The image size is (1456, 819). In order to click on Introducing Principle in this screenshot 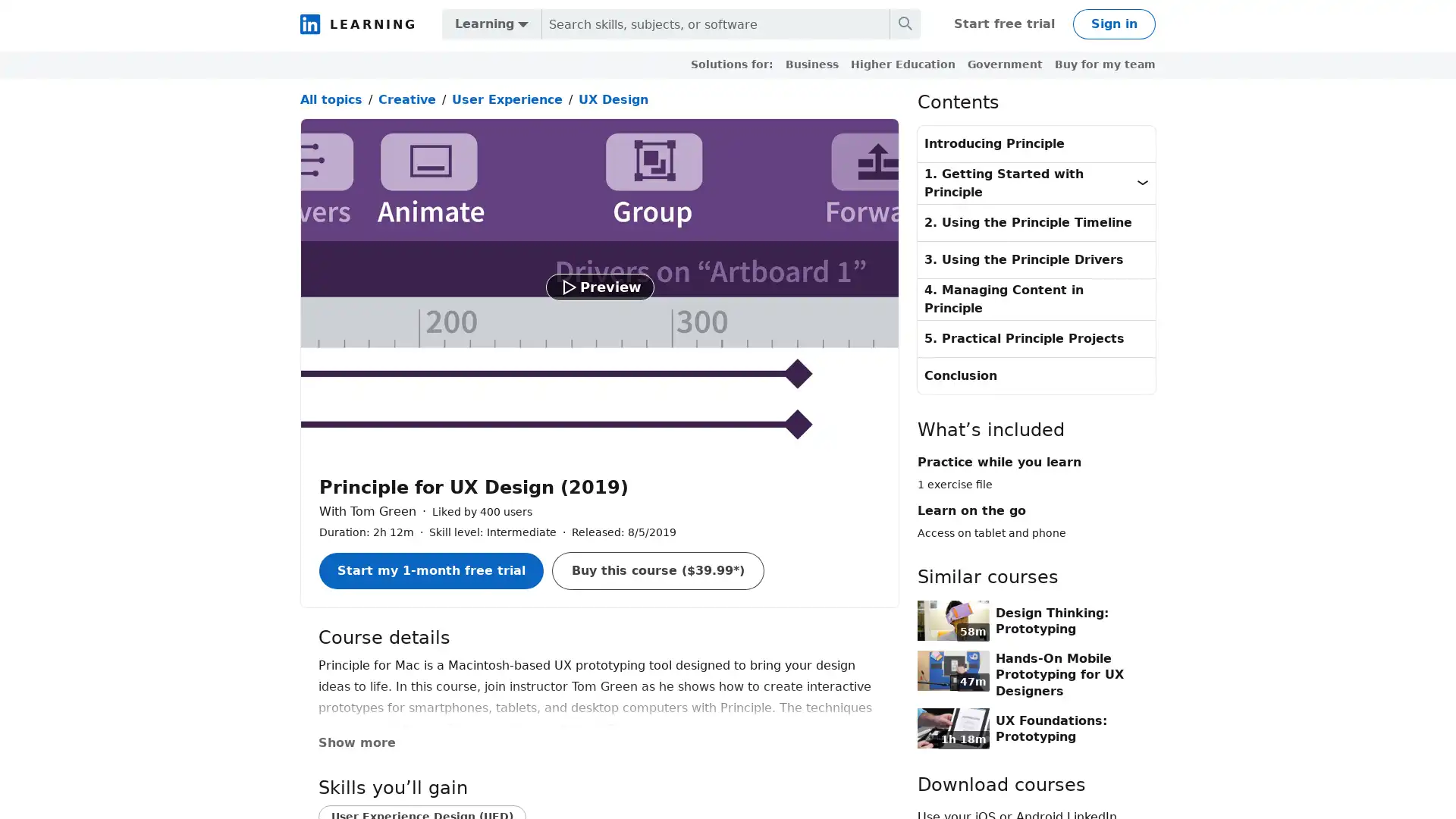, I will do `click(1036, 143)`.